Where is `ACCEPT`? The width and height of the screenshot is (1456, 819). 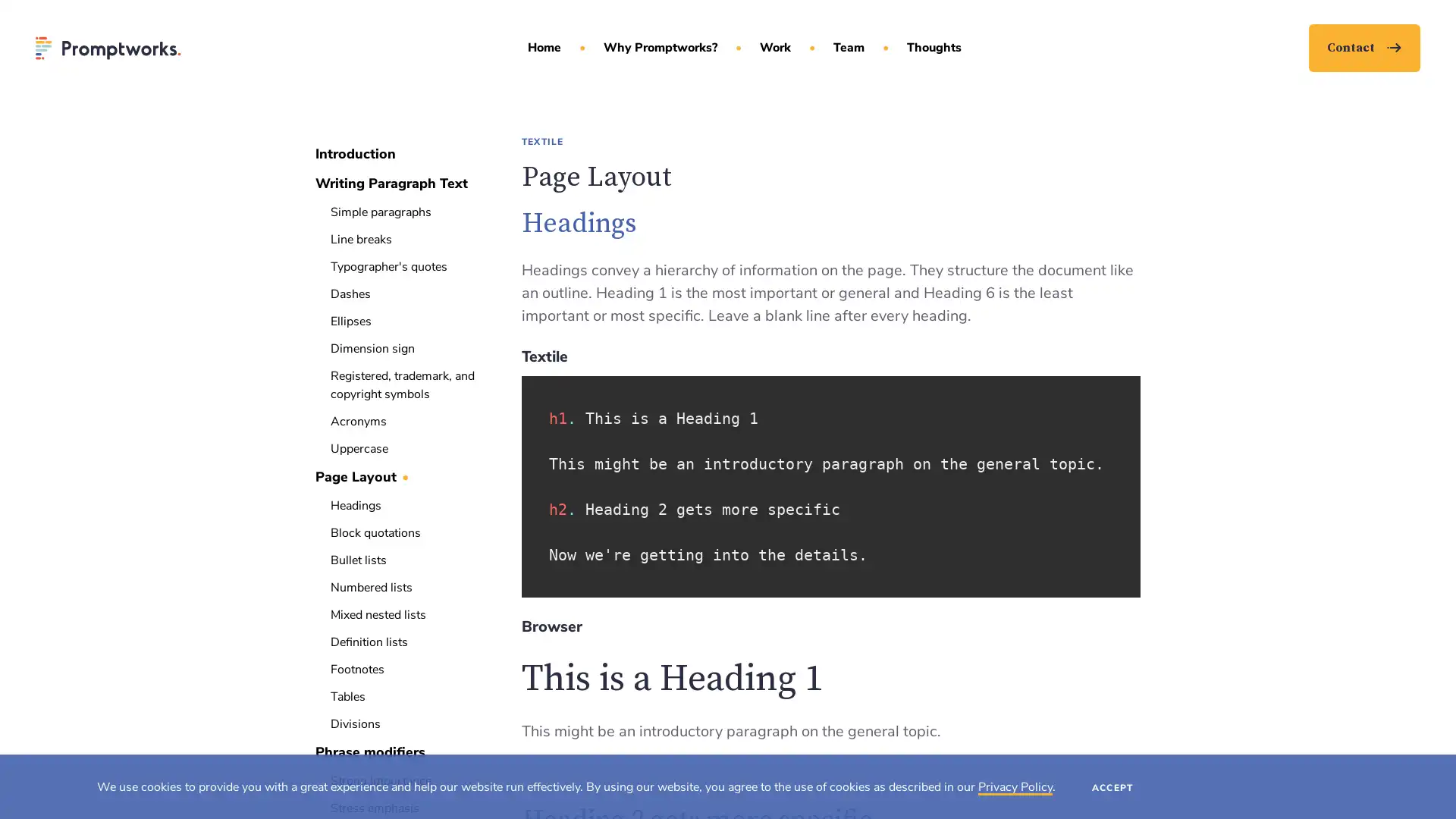
ACCEPT is located at coordinates (1112, 786).